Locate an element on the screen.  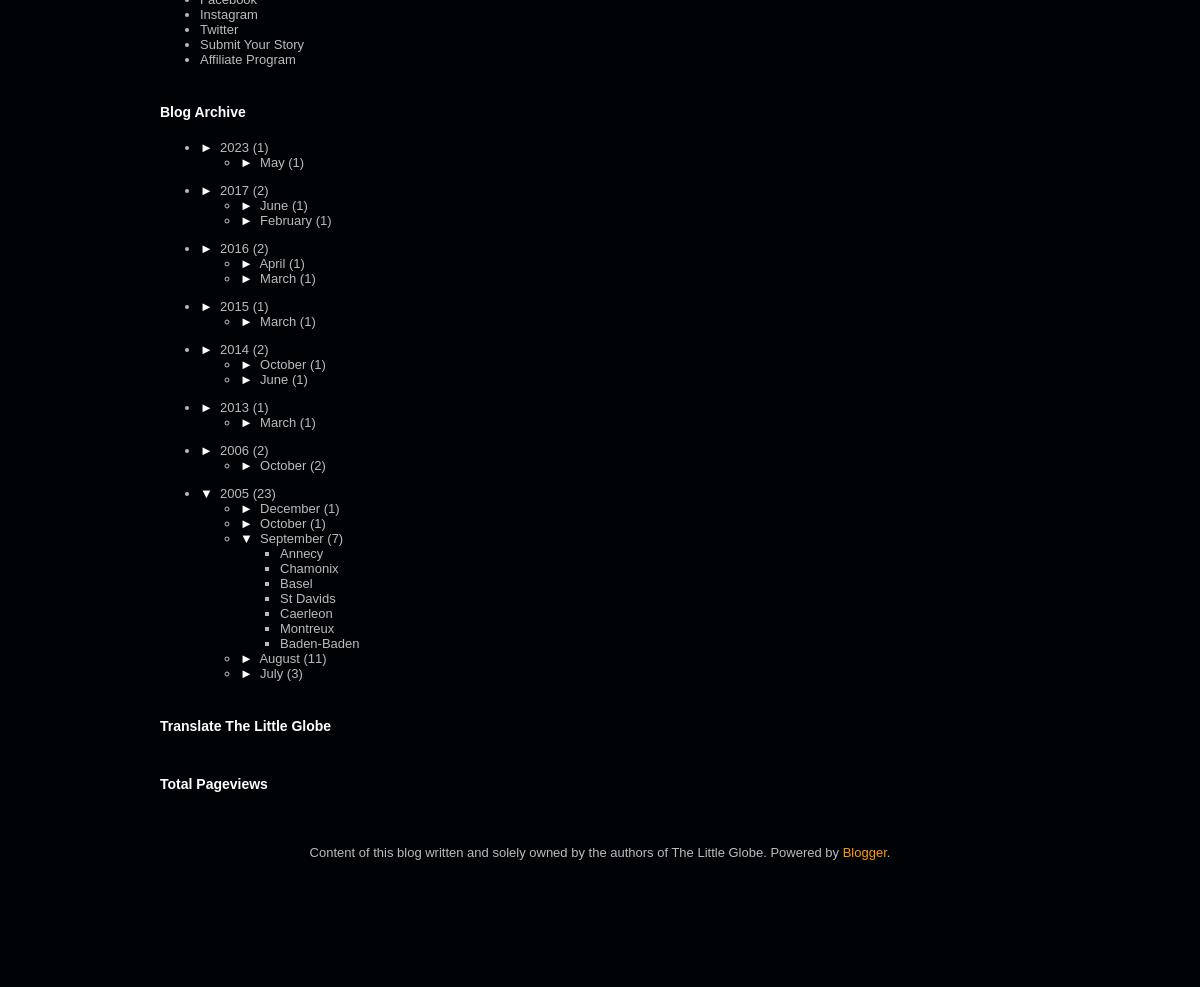
'(11)' is located at coordinates (314, 657).